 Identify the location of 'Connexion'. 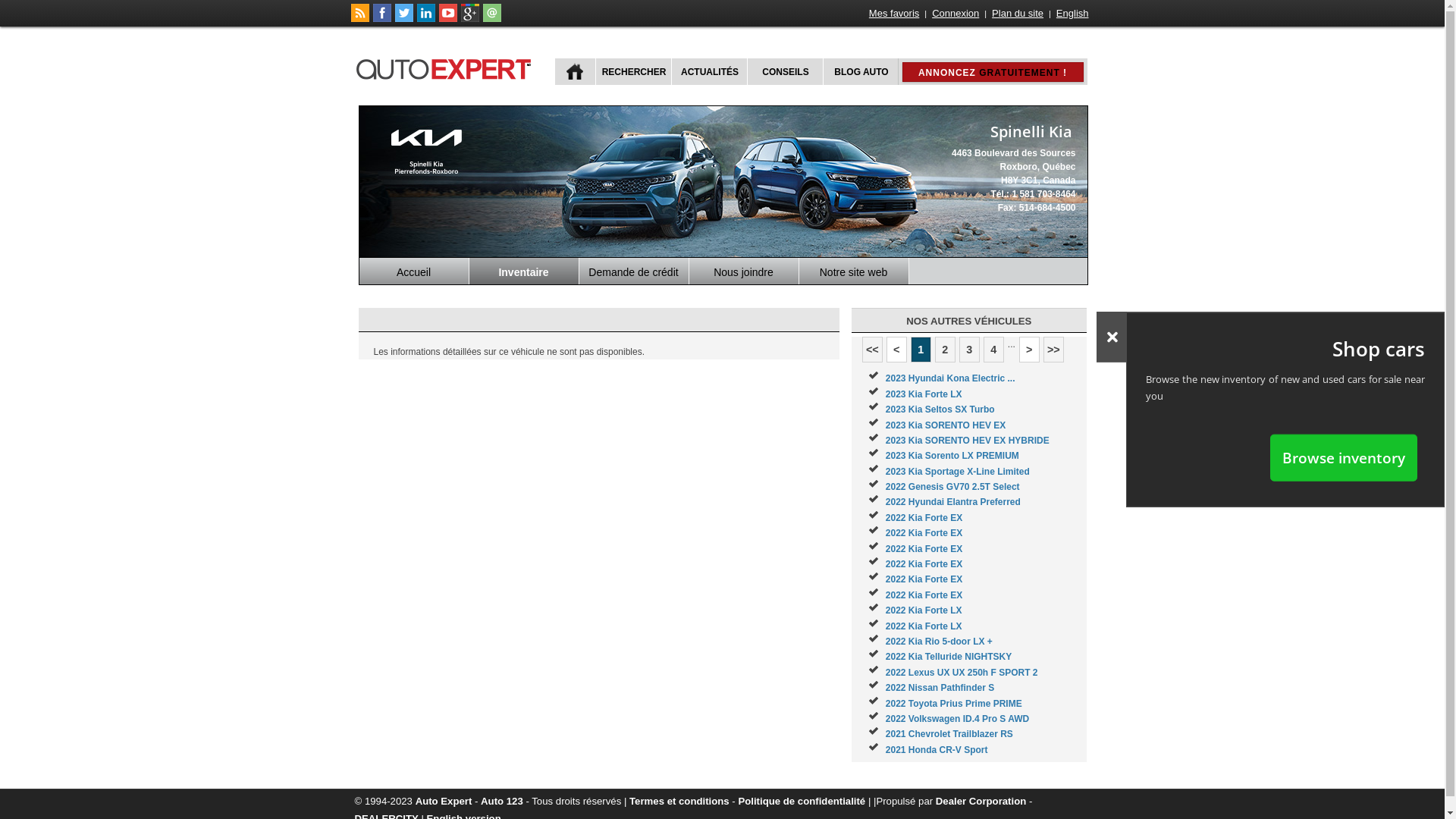
(930, 13).